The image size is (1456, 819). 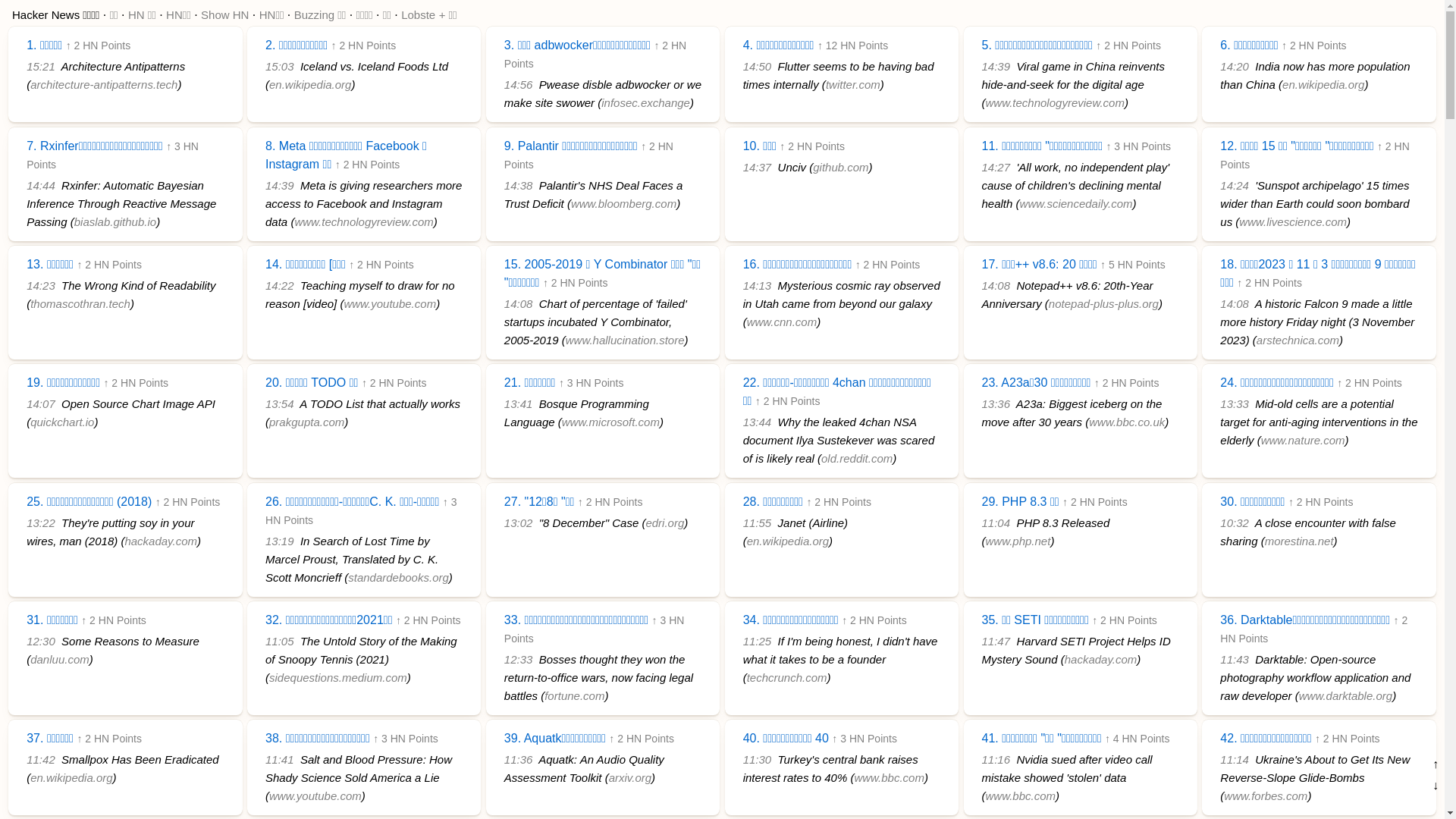 I want to click on '14:22', so click(x=280, y=285).